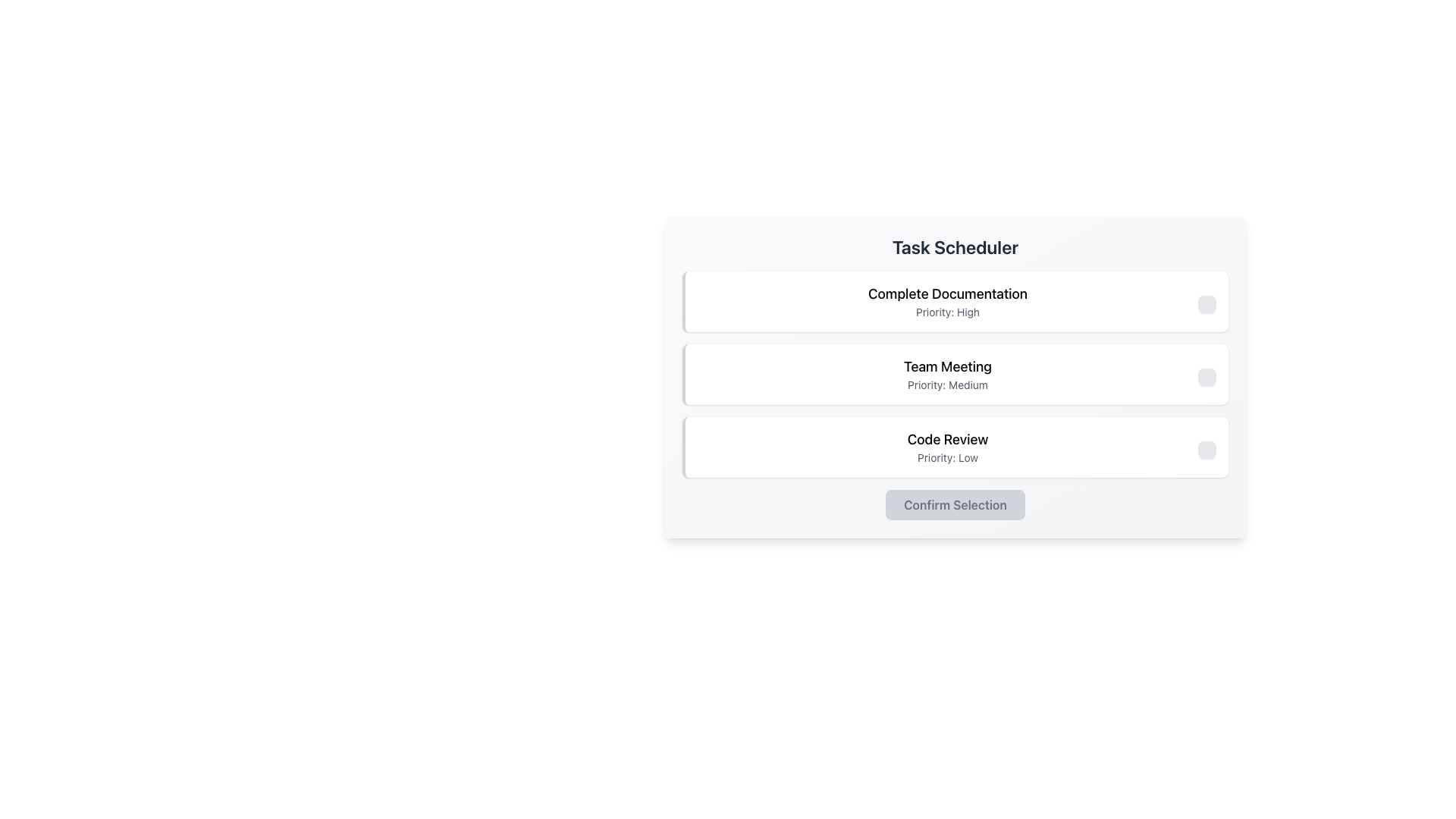  What do you see at coordinates (946, 312) in the screenshot?
I see `the text label displaying 'Priority: High', which is located directly below the text 'Complete Documentation' in the topmost task section` at bounding box center [946, 312].